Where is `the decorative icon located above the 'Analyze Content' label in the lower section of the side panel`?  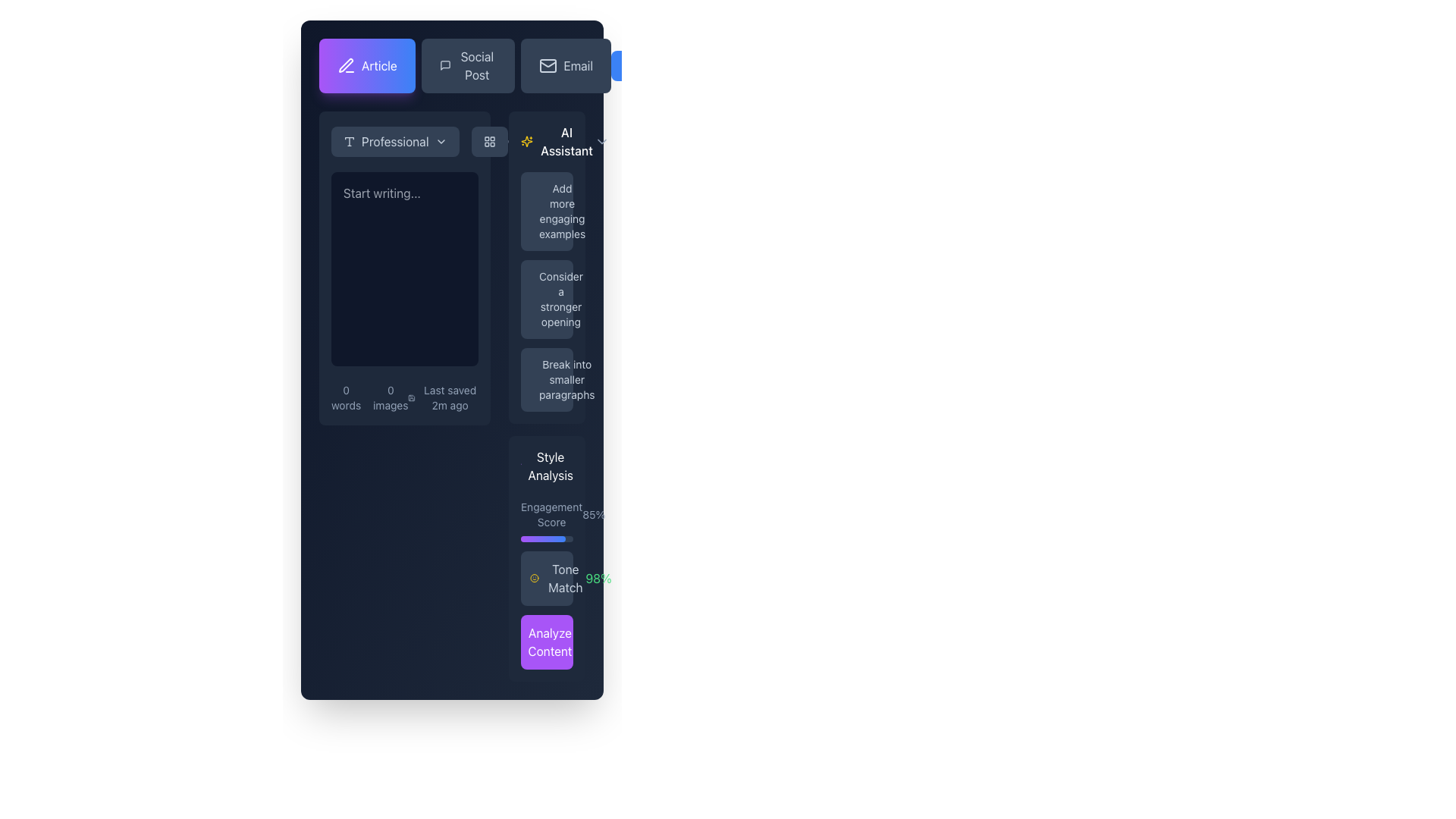 the decorative icon located above the 'Analyze Content' label in the lower section of the side panel is located at coordinates (531, 643).